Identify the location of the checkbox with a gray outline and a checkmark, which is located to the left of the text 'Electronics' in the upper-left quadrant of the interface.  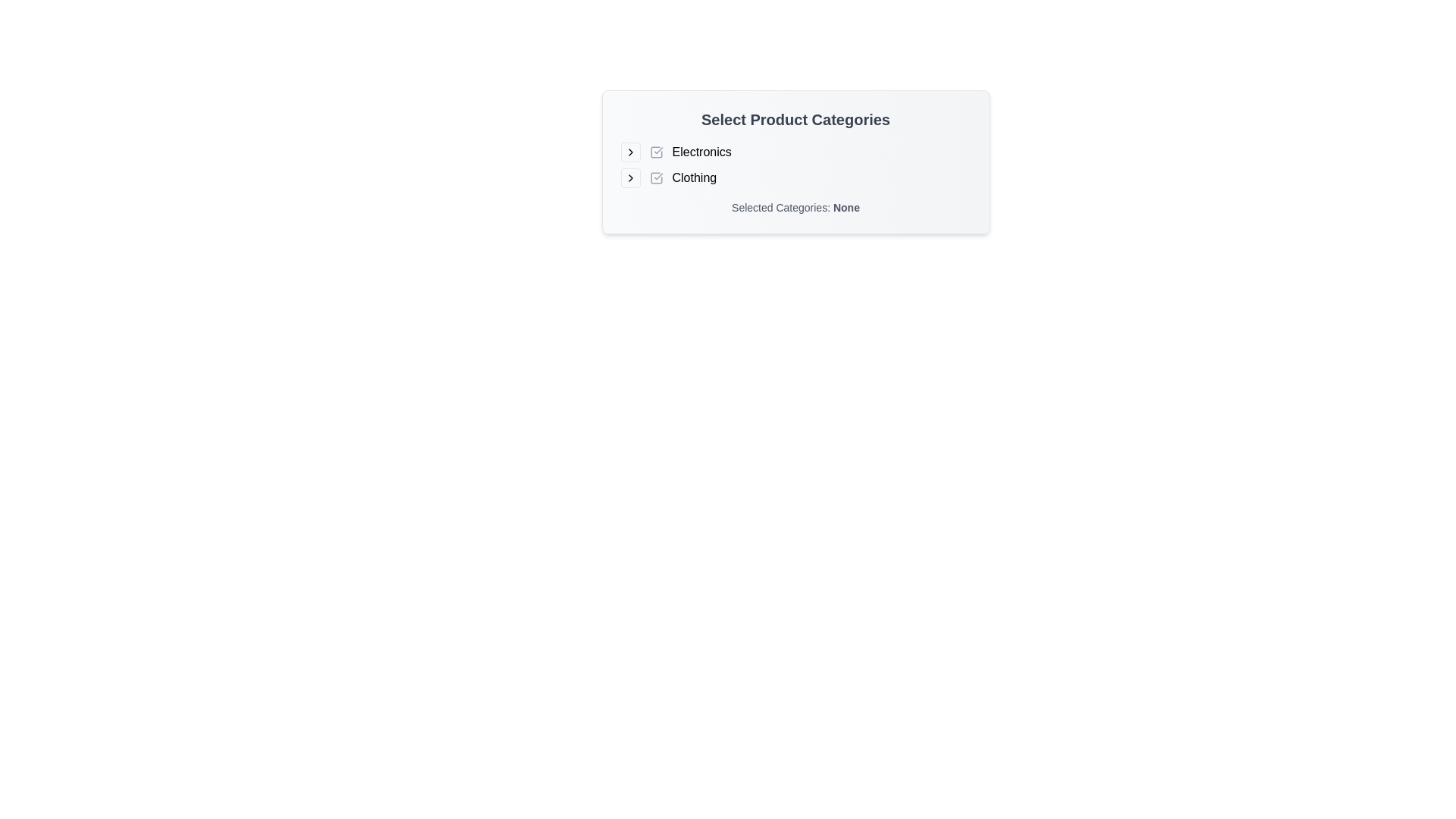
(656, 152).